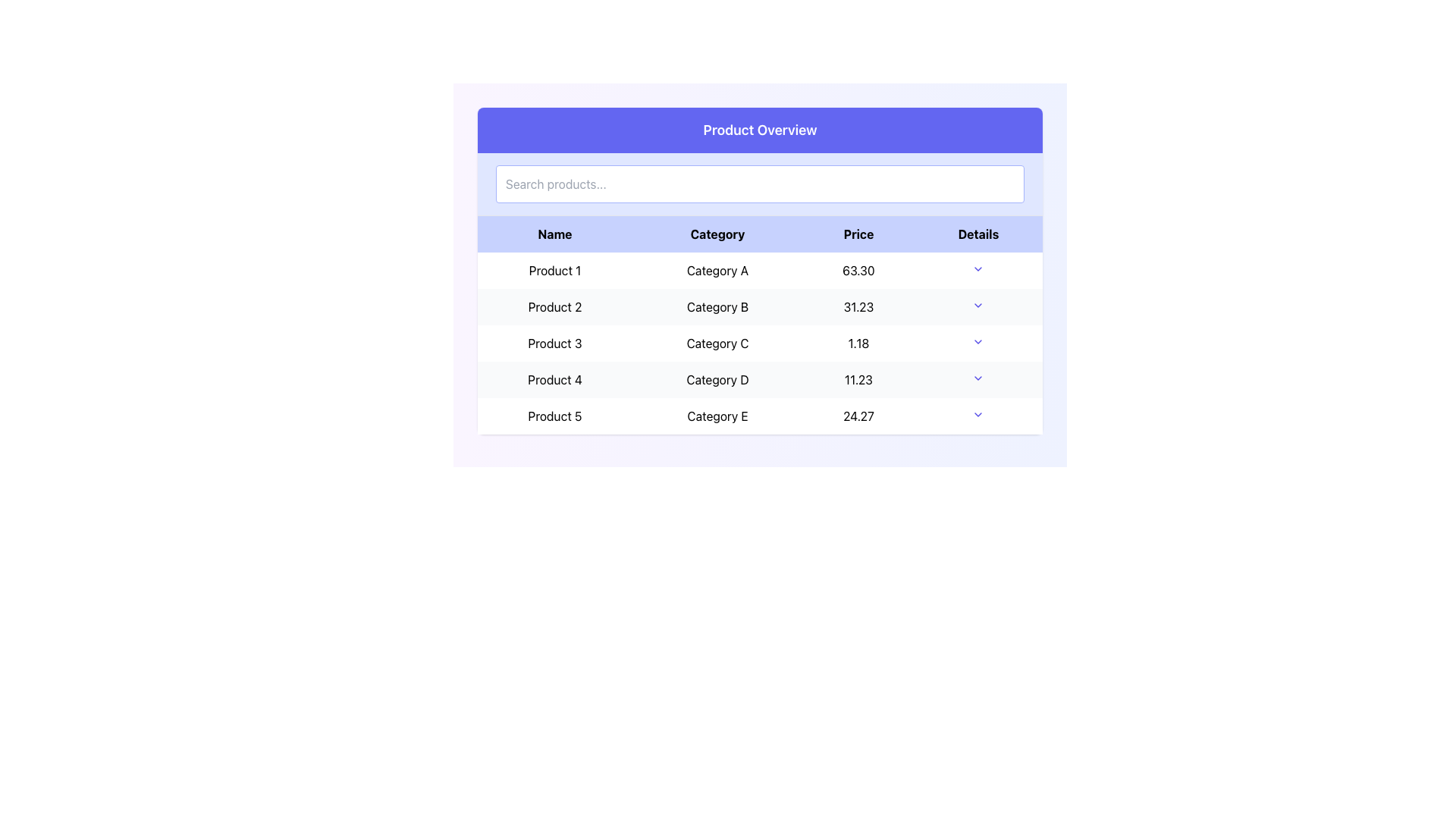 Image resolution: width=1456 pixels, height=819 pixels. What do you see at coordinates (554, 307) in the screenshot?
I see `the text element that serves as a display identifier for the product in the second row of the table under the 'Name' column` at bounding box center [554, 307].